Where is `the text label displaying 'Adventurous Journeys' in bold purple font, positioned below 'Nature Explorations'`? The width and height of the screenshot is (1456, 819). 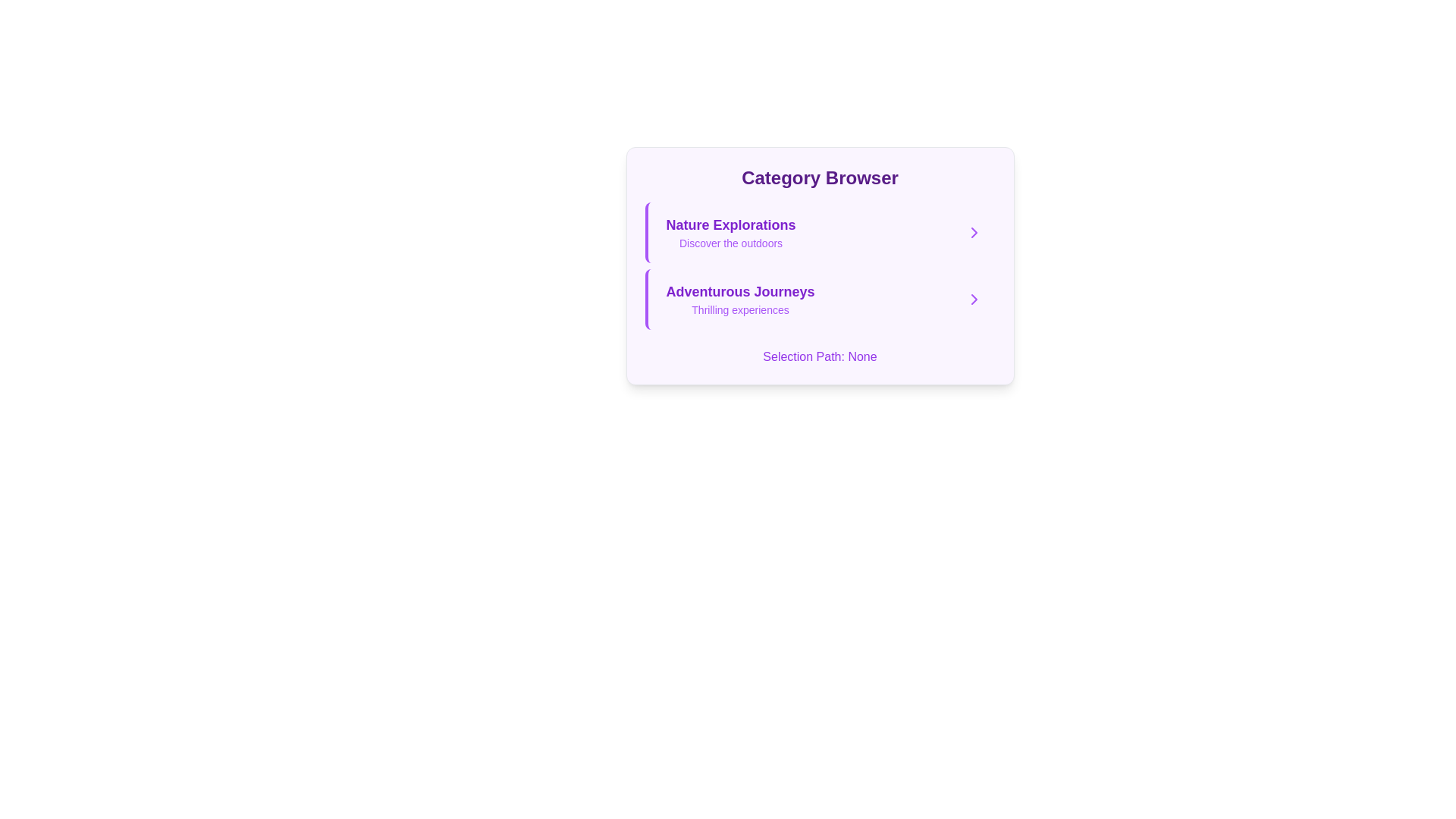 the text label displaying 'Adventurous Journeys' in bold purple font, positioned below 'Nature Explorations' is located at coordinates (740, 292).